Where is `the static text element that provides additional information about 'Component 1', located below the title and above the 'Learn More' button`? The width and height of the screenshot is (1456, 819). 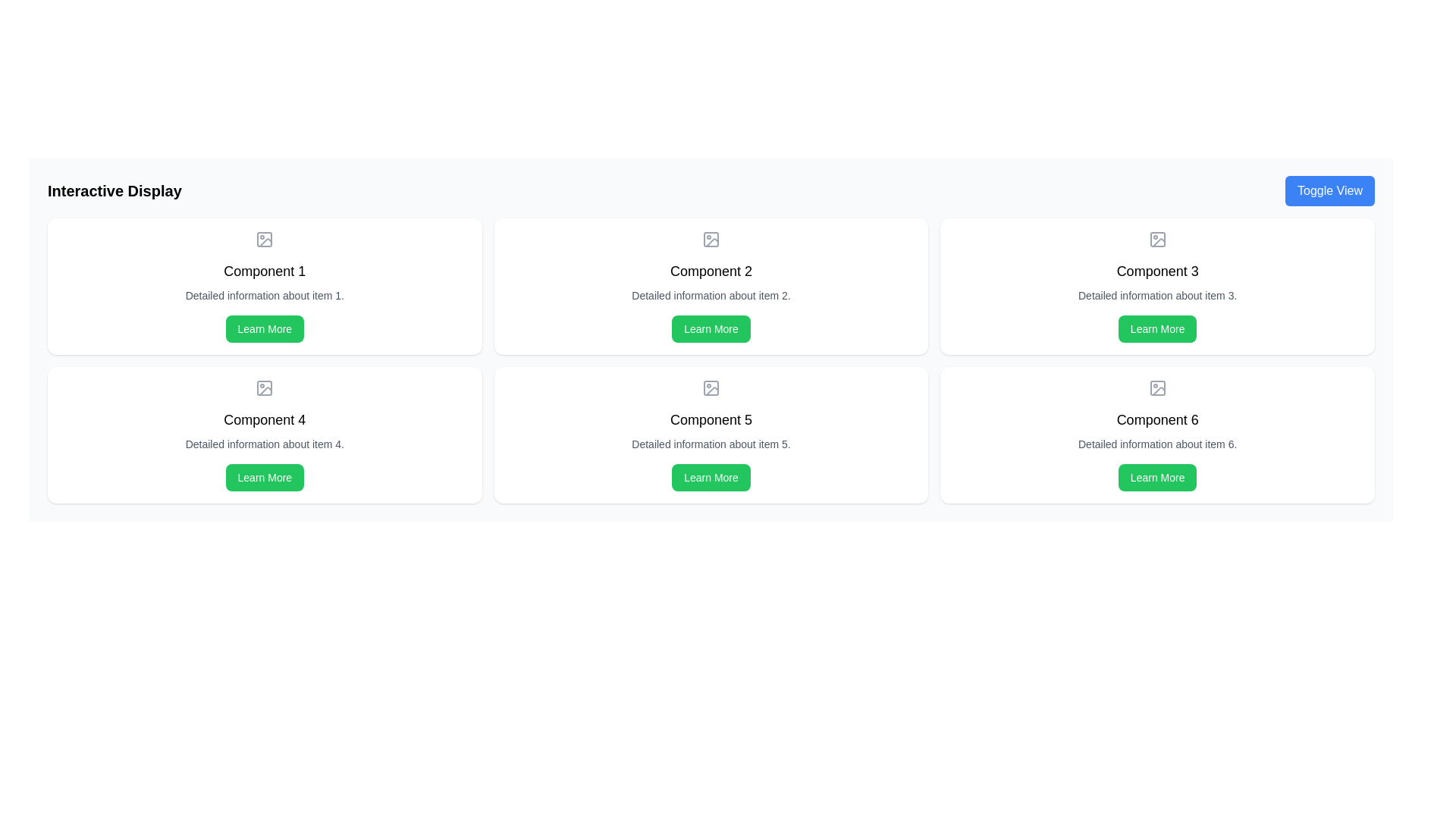 the static text element that provides additional information about 'Component 1', located below the title and above the 'Learn More' button is located at coordinates (265, 295).